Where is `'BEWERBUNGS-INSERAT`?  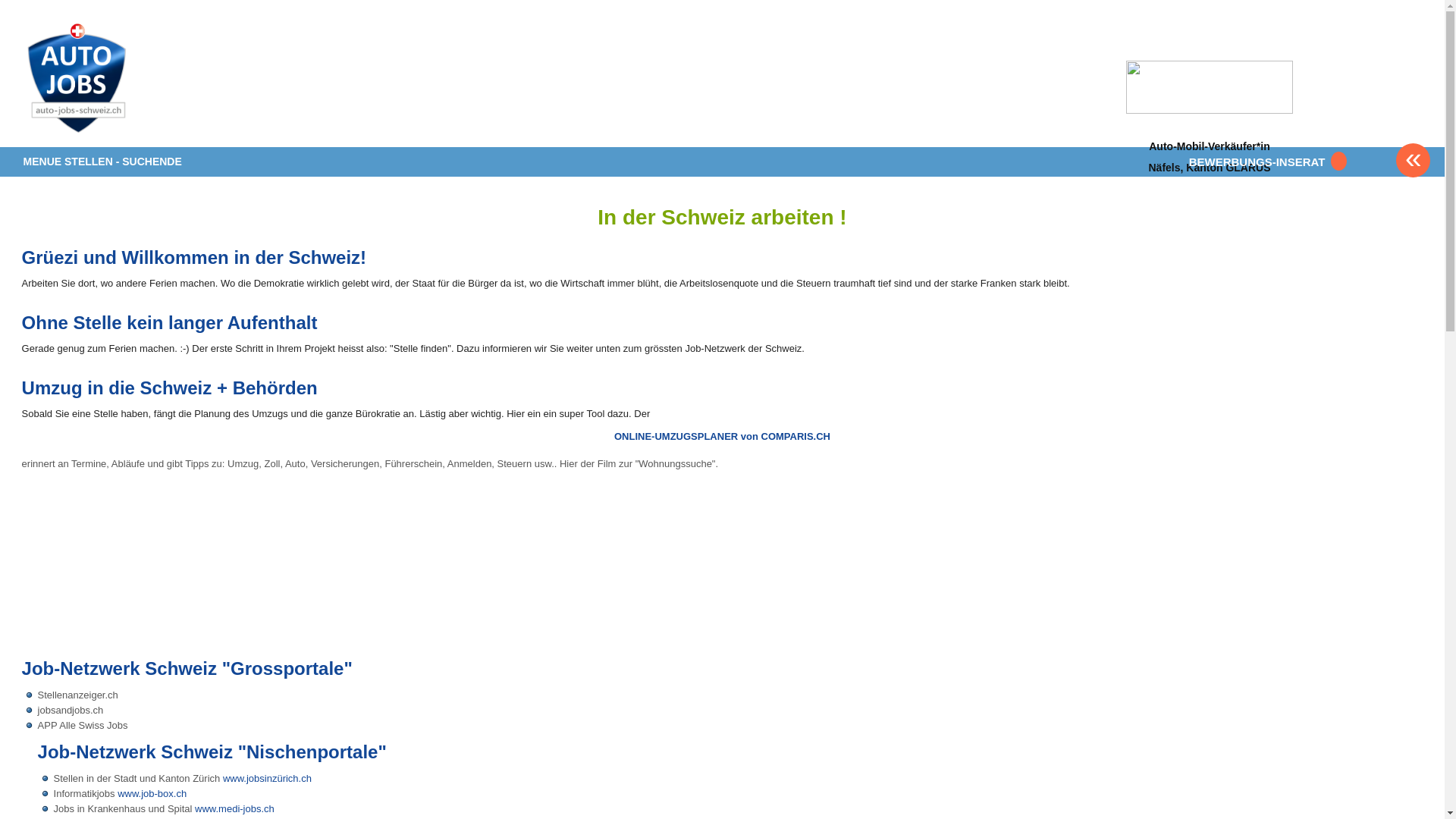 'BEWERBUNGS-INSERAT is located at coordinates (1265, 162).